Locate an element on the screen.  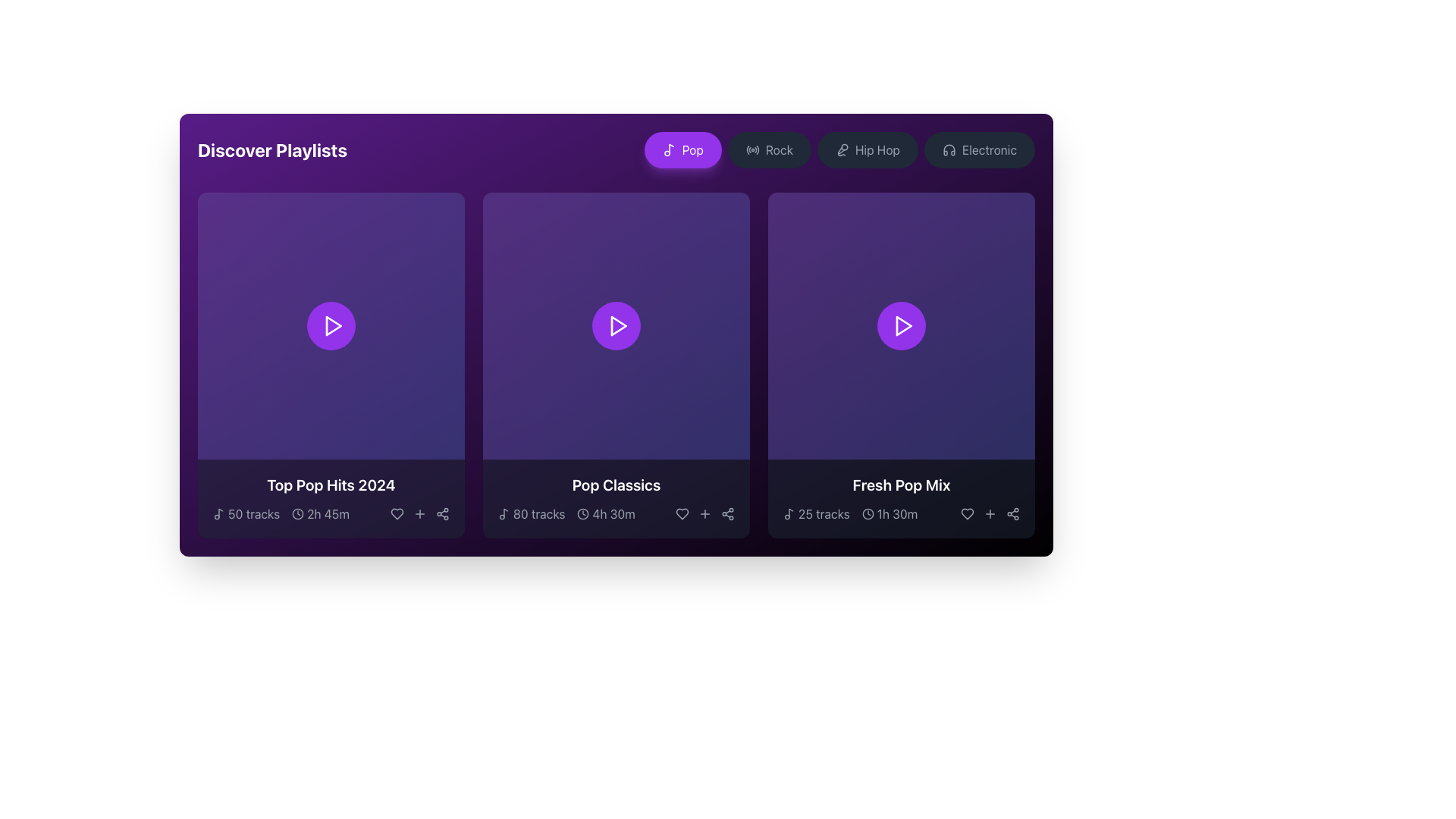
the triangular play button located in the middle card of the playlist section, which contains the title 'Pop Classics' is located at coordinates (619, 325).